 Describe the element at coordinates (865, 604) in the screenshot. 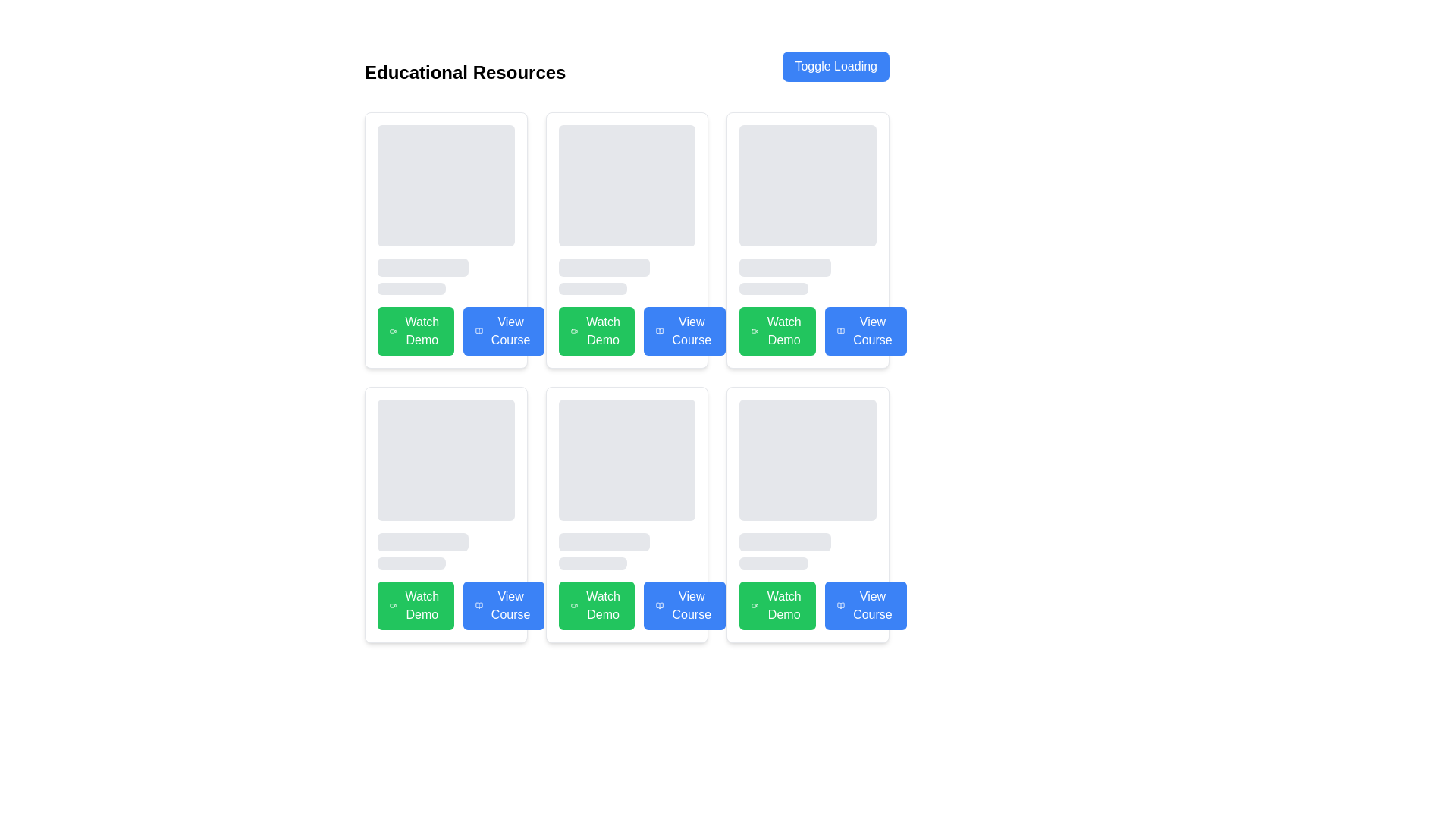

I see `the 'View Course' button located in the lower-right corner of its card` at that location.